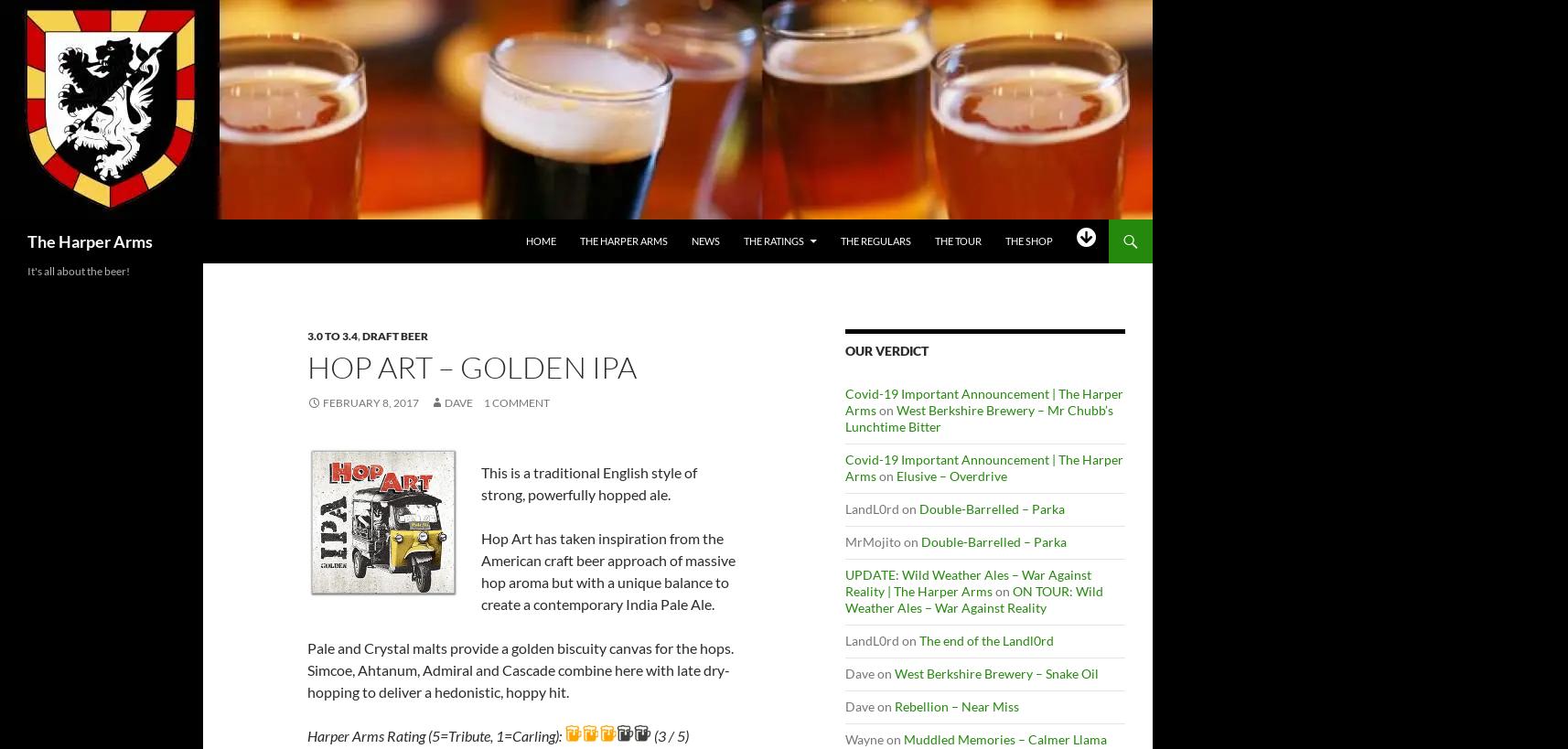  I want to click on 'West Berkshire Brewery – Mr Chubb’s Lunchtime Bitter', so click(979, 418).